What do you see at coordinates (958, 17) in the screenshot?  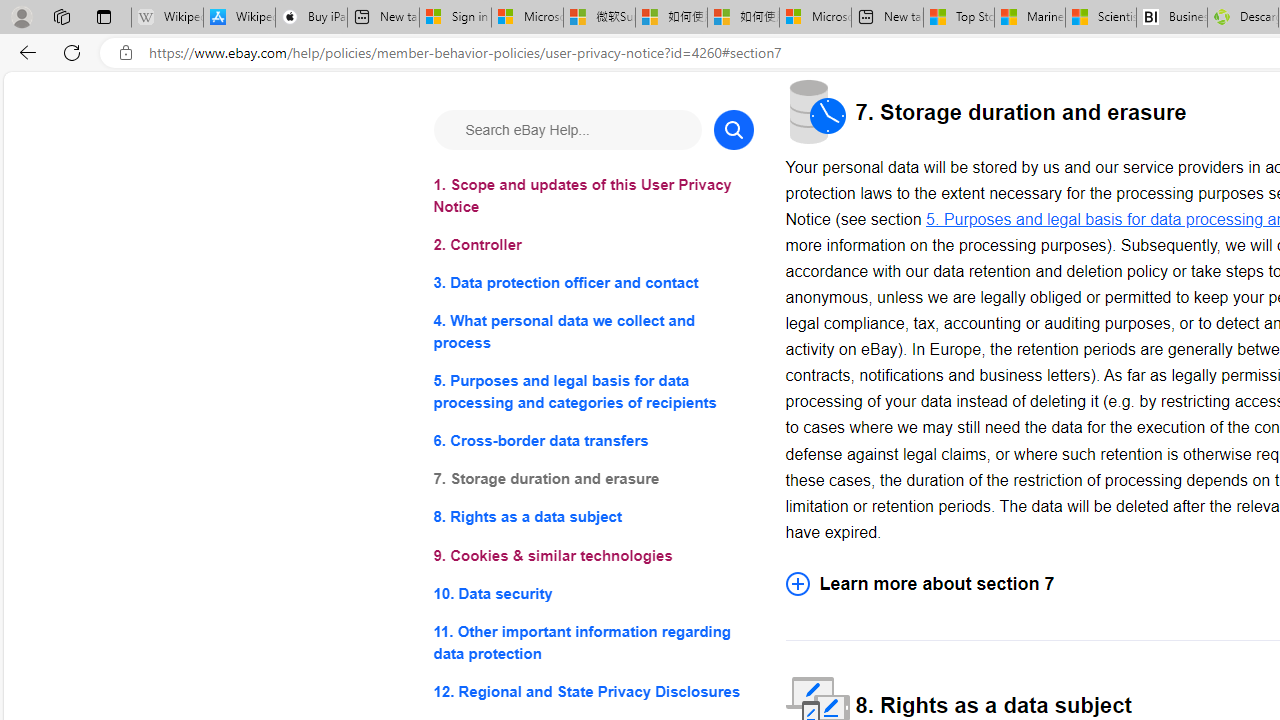 I see `'Top Stories - MSN'` at bounding box center [958, 17].